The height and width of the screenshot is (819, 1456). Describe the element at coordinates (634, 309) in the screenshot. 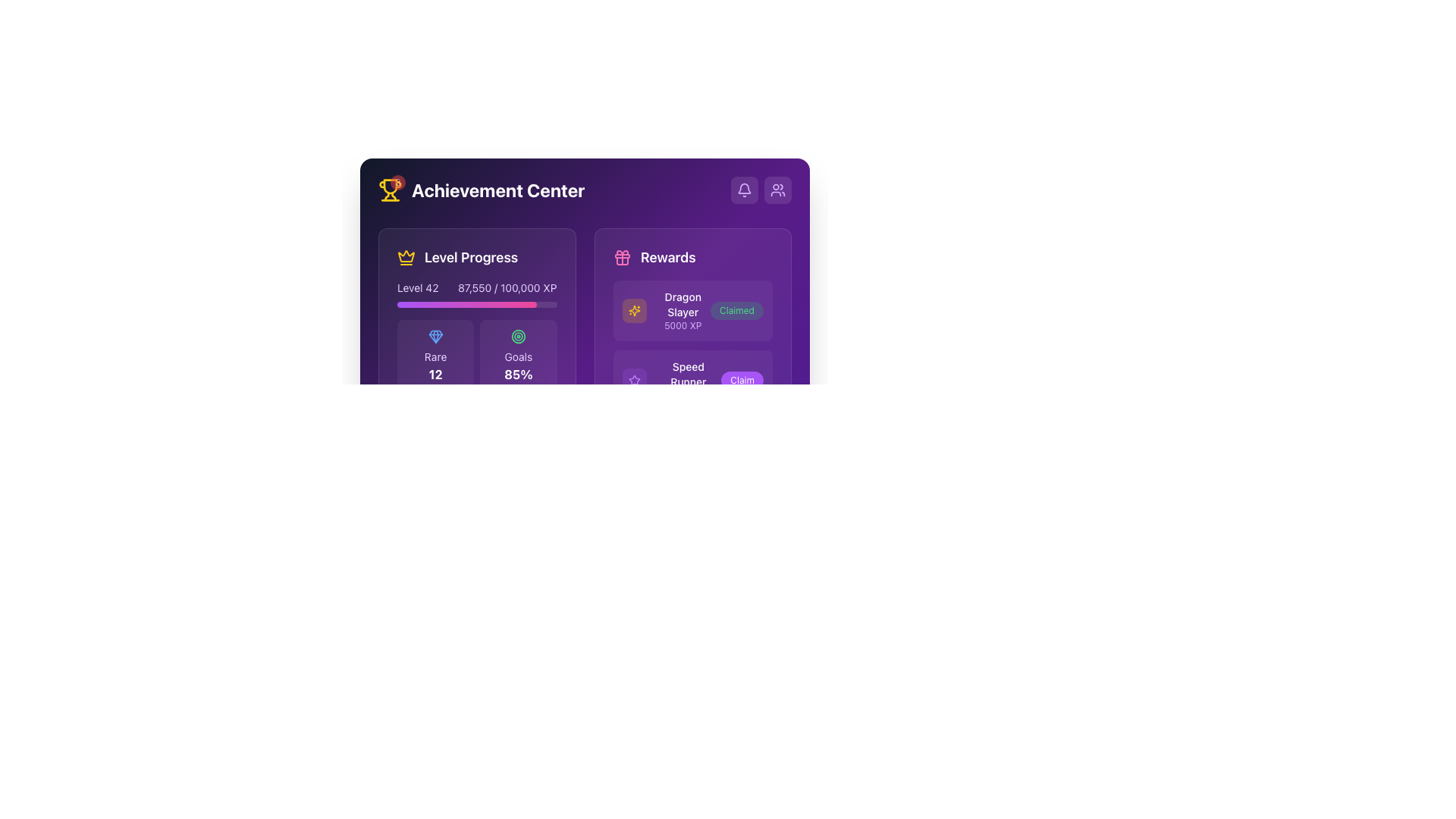

I see `the rounded yellow-tinted decorative widget with a star-like icon located in the rewards section, which is the first item to the left of the 'Dragon Slayer' text` at that location.